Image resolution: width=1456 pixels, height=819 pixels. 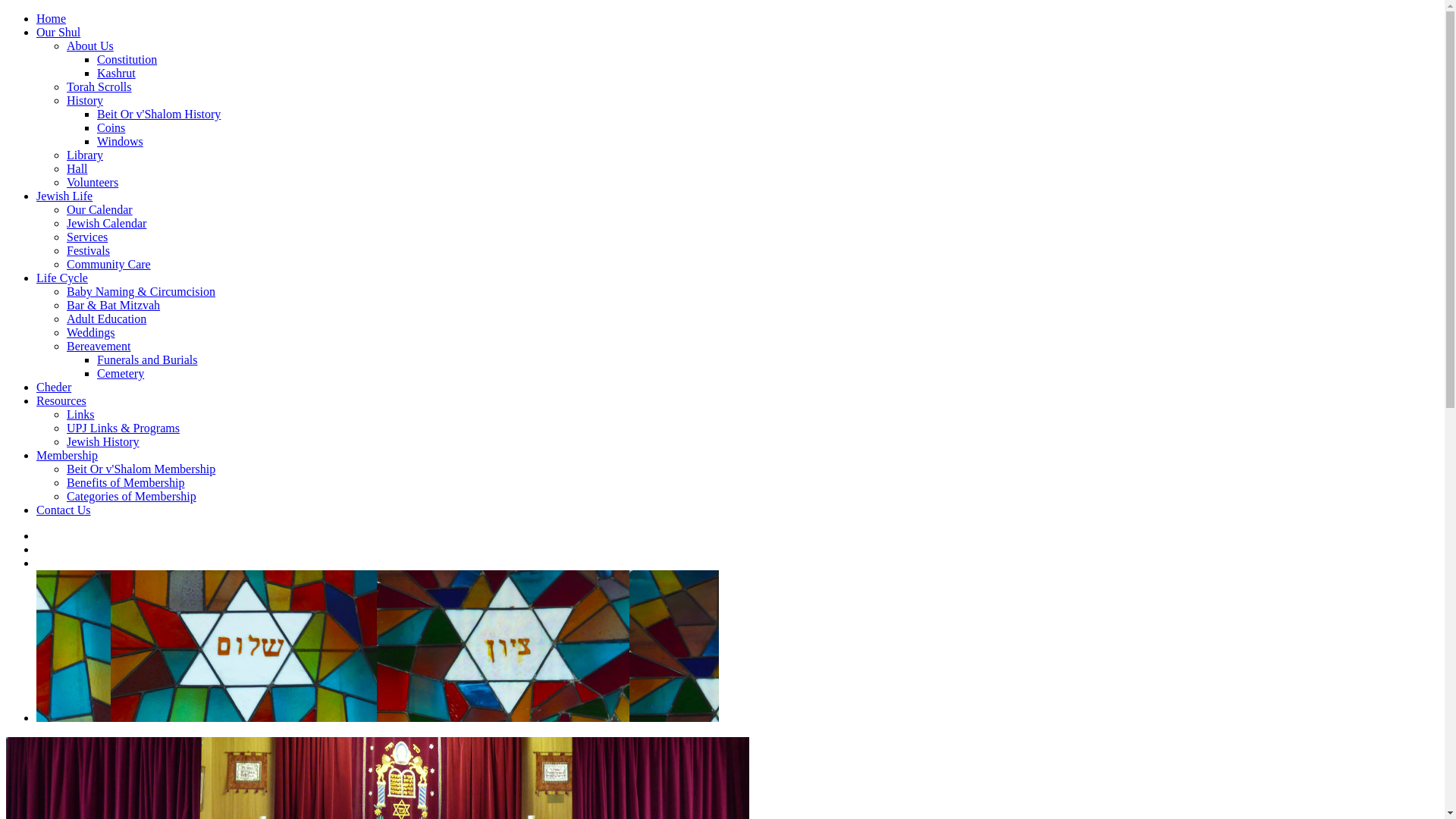 I want to click on 'Resources', so click(x=36, y=400).